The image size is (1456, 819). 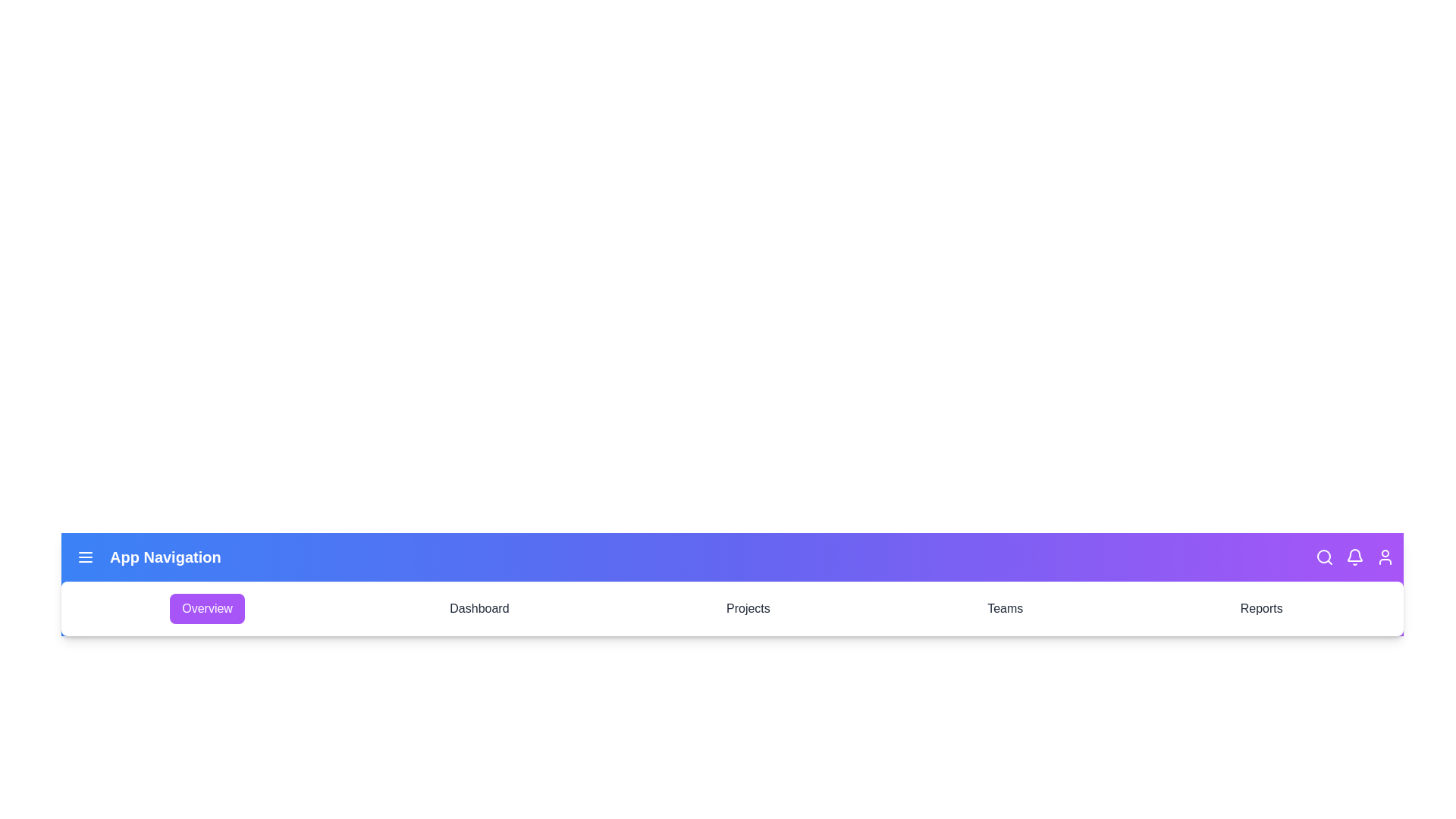 What do you see at coordinates (1324, 557) in the screenshot?
I see `the search icon in the navigation bar` at bounding box center [1324, 557].